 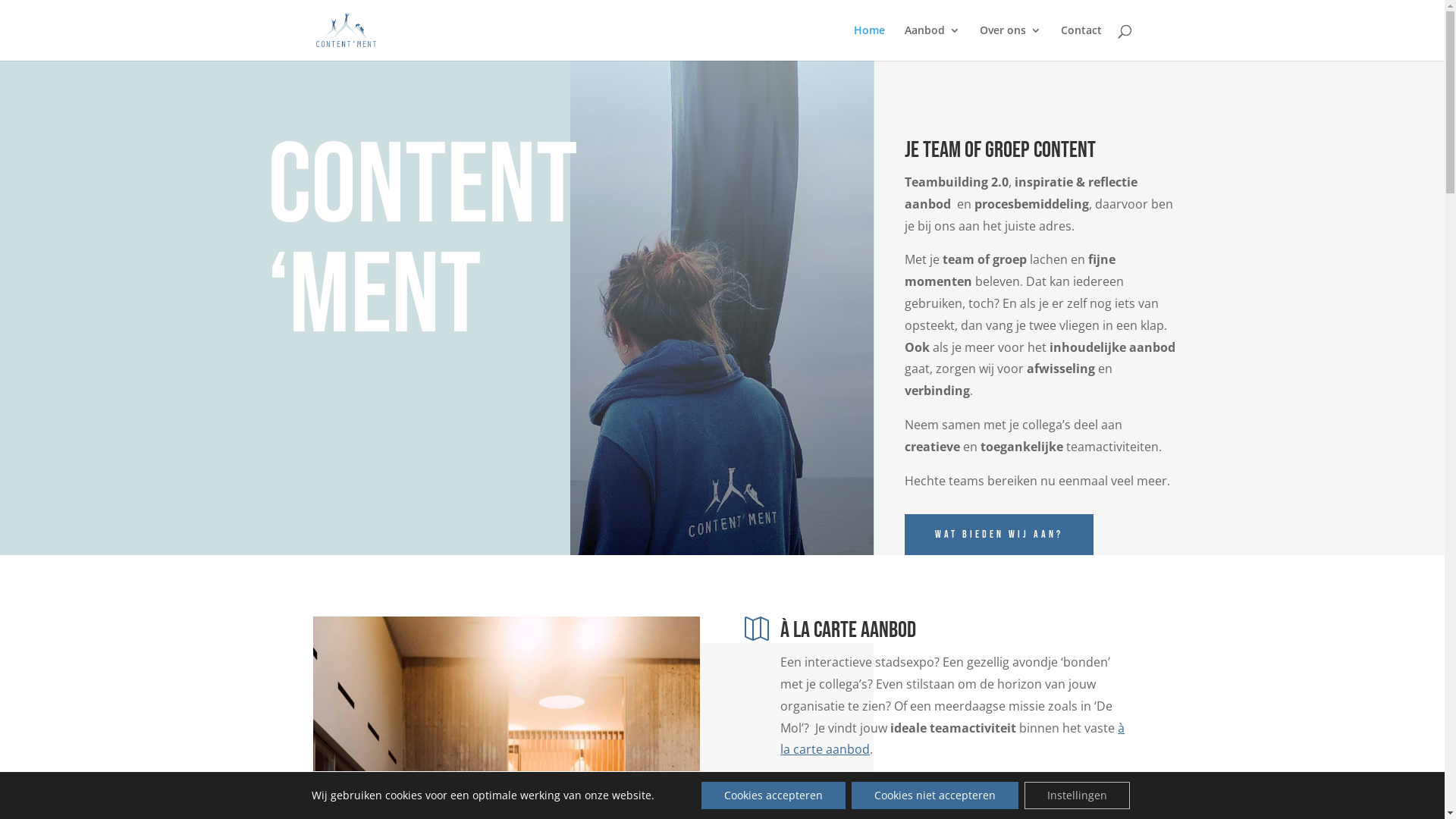 What do you see at coordinates (701, 795) in the screenshot?
I see `'Cookies accepteren'` at bounding box center [701, 795].